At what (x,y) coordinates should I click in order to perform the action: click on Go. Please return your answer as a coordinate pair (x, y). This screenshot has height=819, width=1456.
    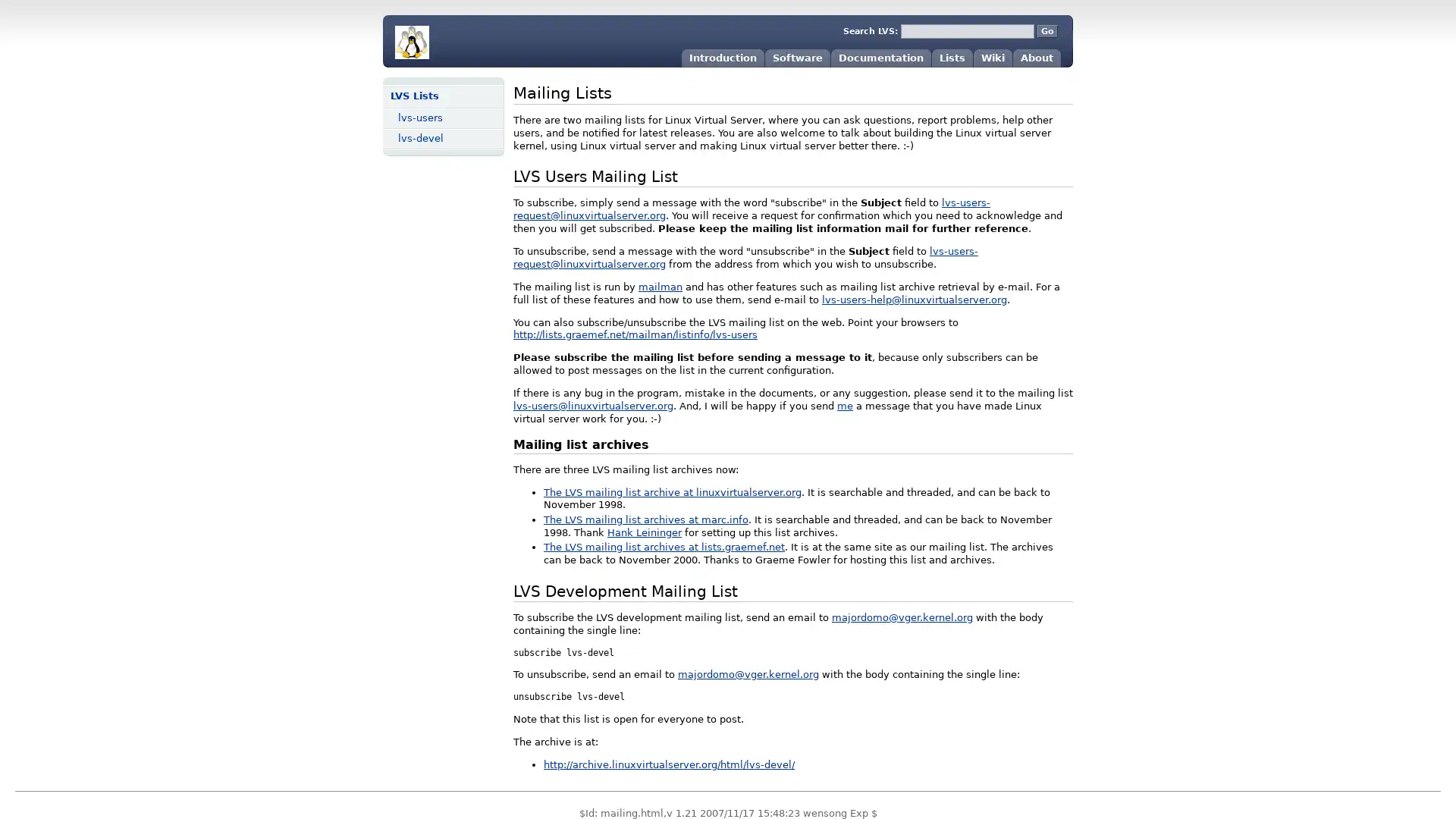
    Looking at the image, I should click on (1046, 31).